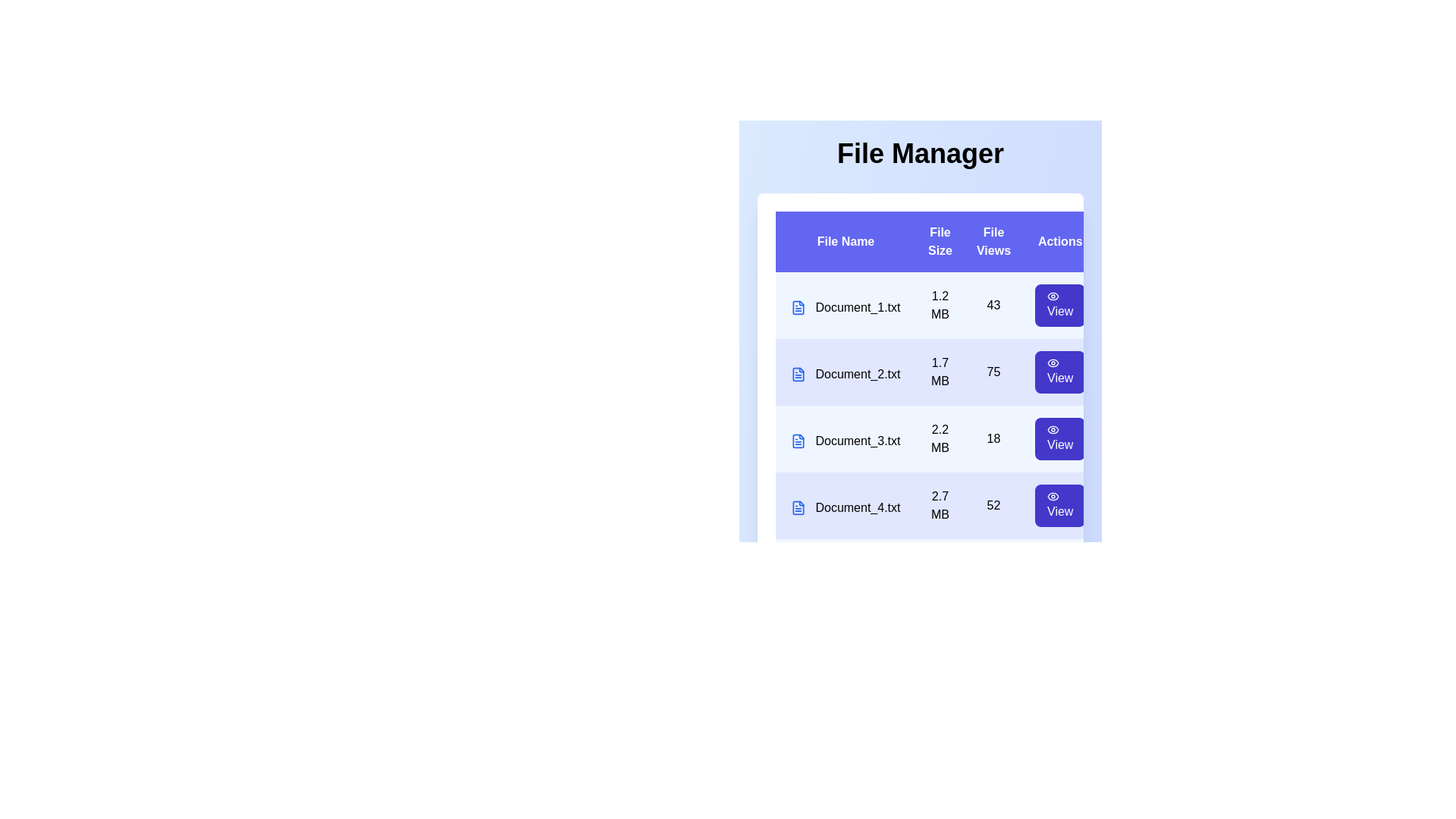  I want to click on the 'View' button corresponding to the file with name Document_2.txt, so click(1059, 372).